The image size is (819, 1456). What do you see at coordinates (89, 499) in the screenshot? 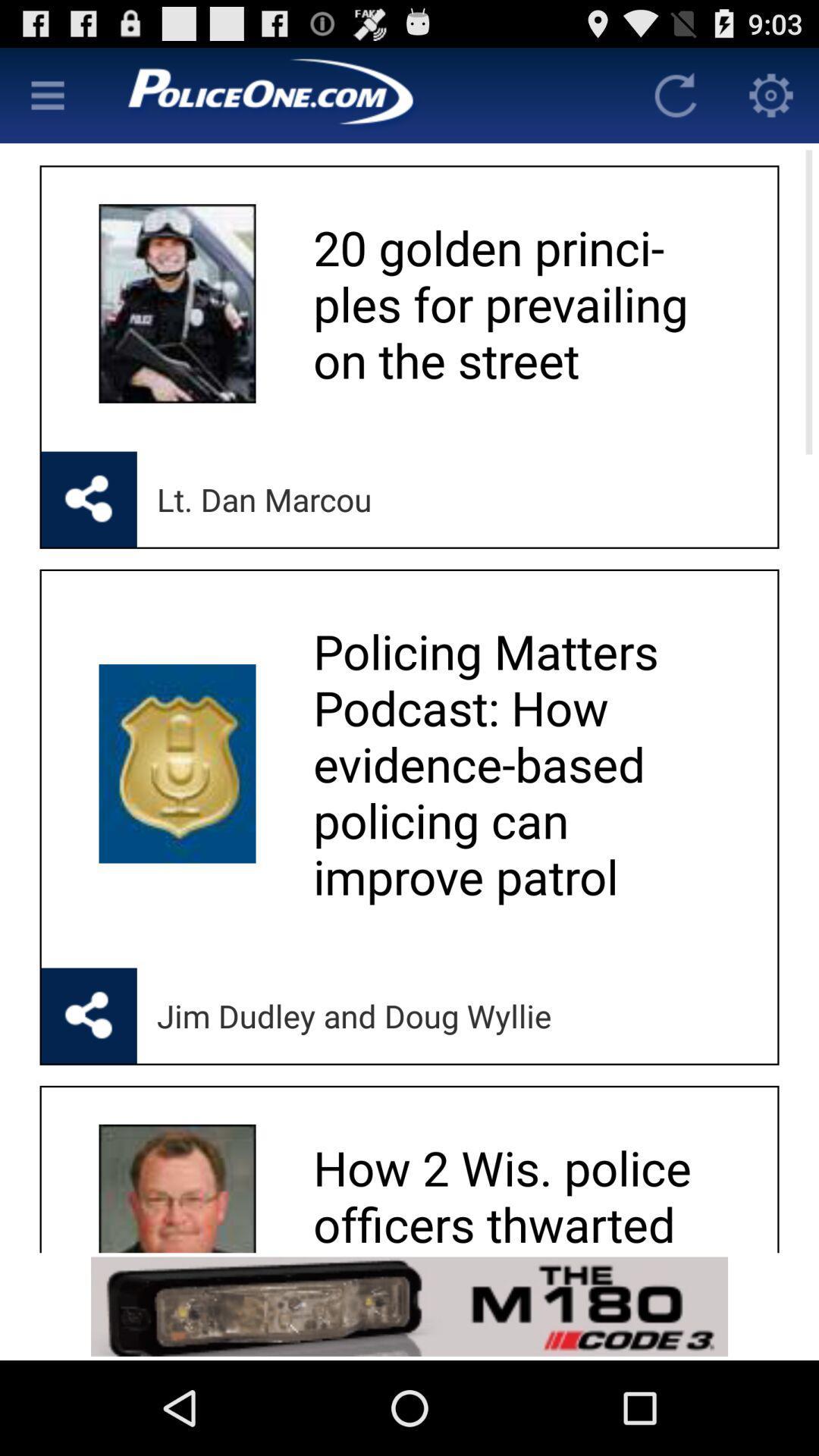
I see `share the article` at bounding box center [89, 499].